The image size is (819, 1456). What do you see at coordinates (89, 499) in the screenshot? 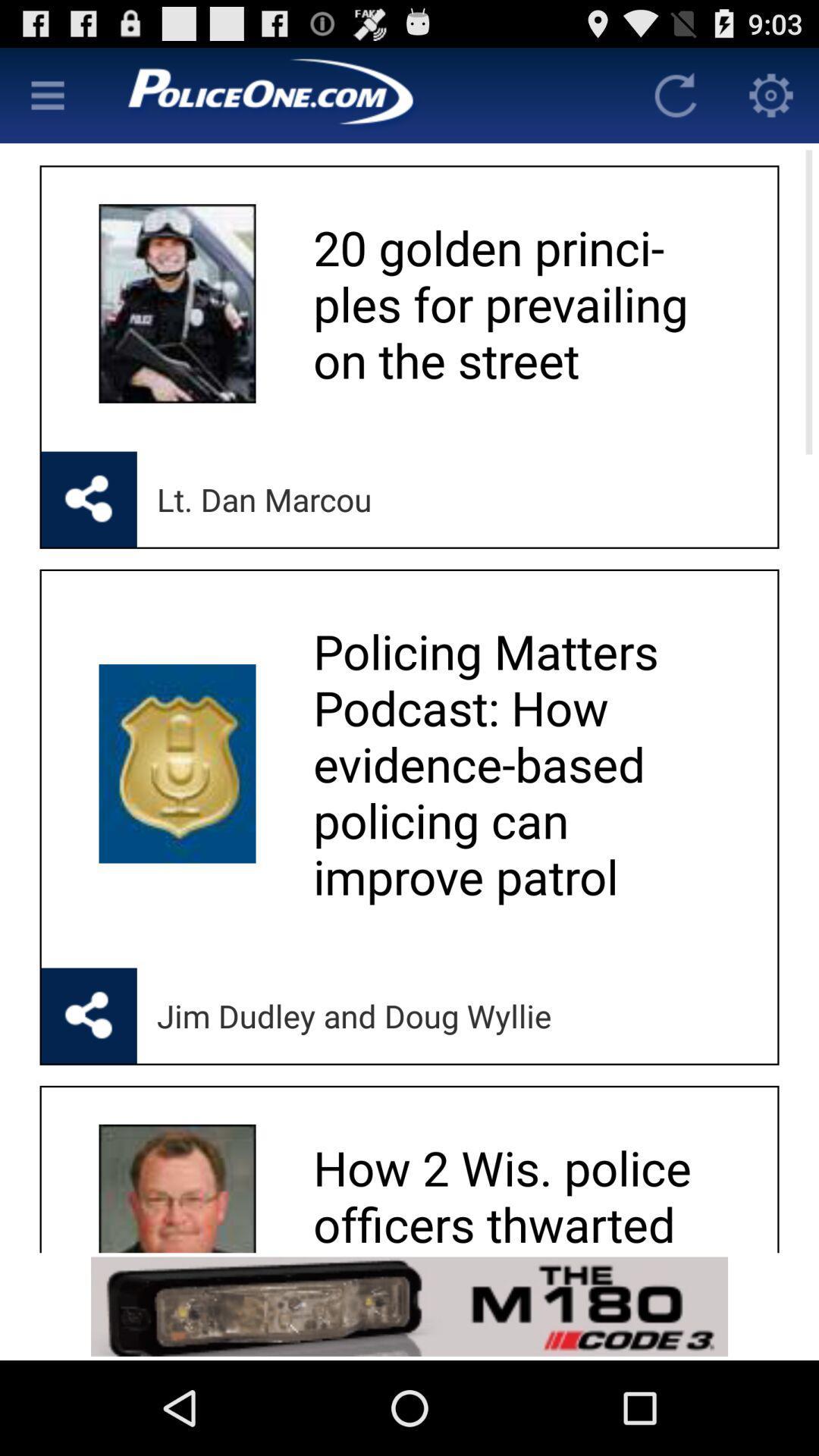
I see `share the article` at bounding box center [89, 499].